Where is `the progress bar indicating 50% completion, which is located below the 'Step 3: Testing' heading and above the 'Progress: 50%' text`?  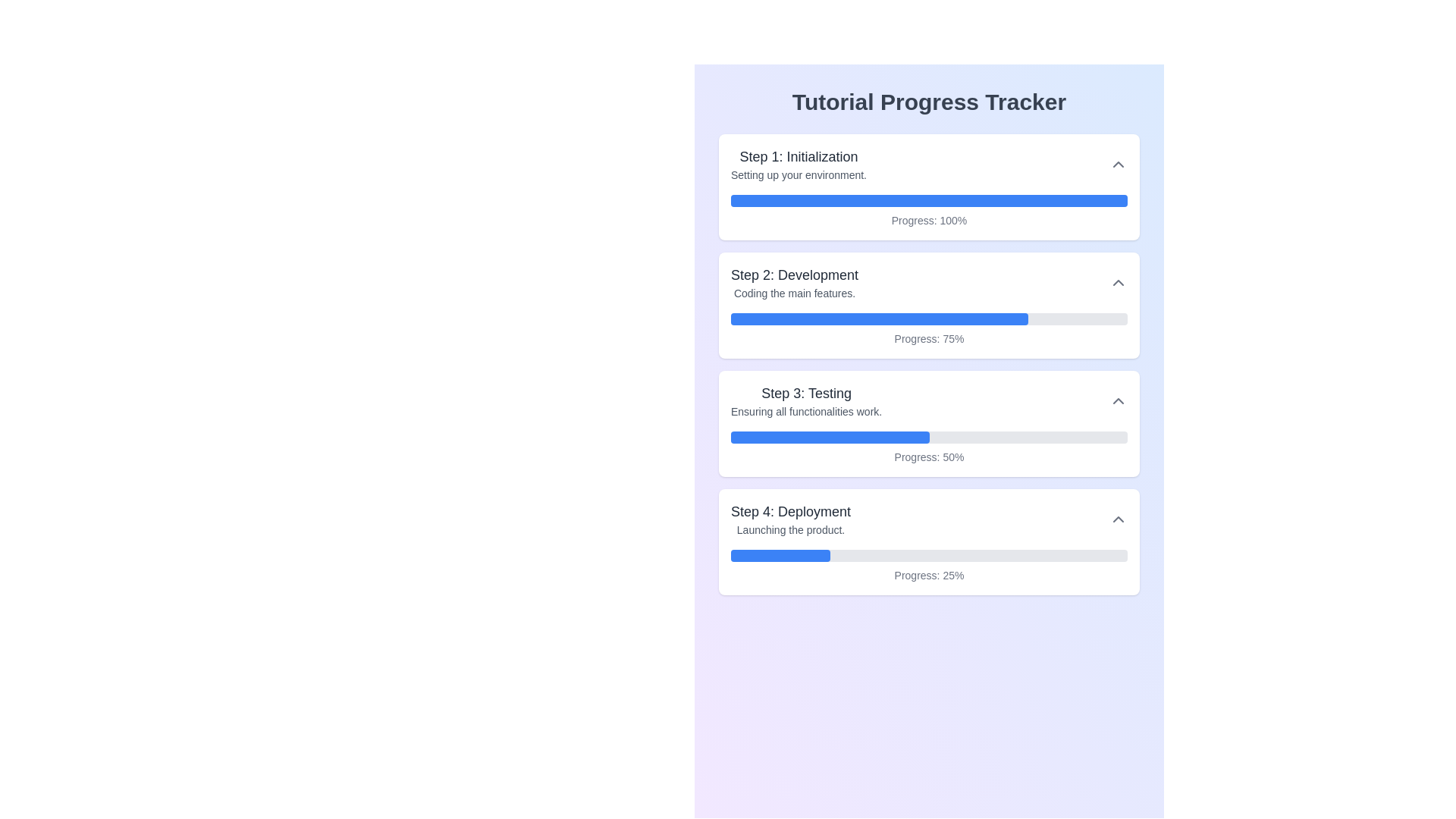 the progress bar indicating 50% completion, which is located below the 'Step 3: Testing' heading and above the 'Progress: 50%' text is located at coordinates (928, 438).